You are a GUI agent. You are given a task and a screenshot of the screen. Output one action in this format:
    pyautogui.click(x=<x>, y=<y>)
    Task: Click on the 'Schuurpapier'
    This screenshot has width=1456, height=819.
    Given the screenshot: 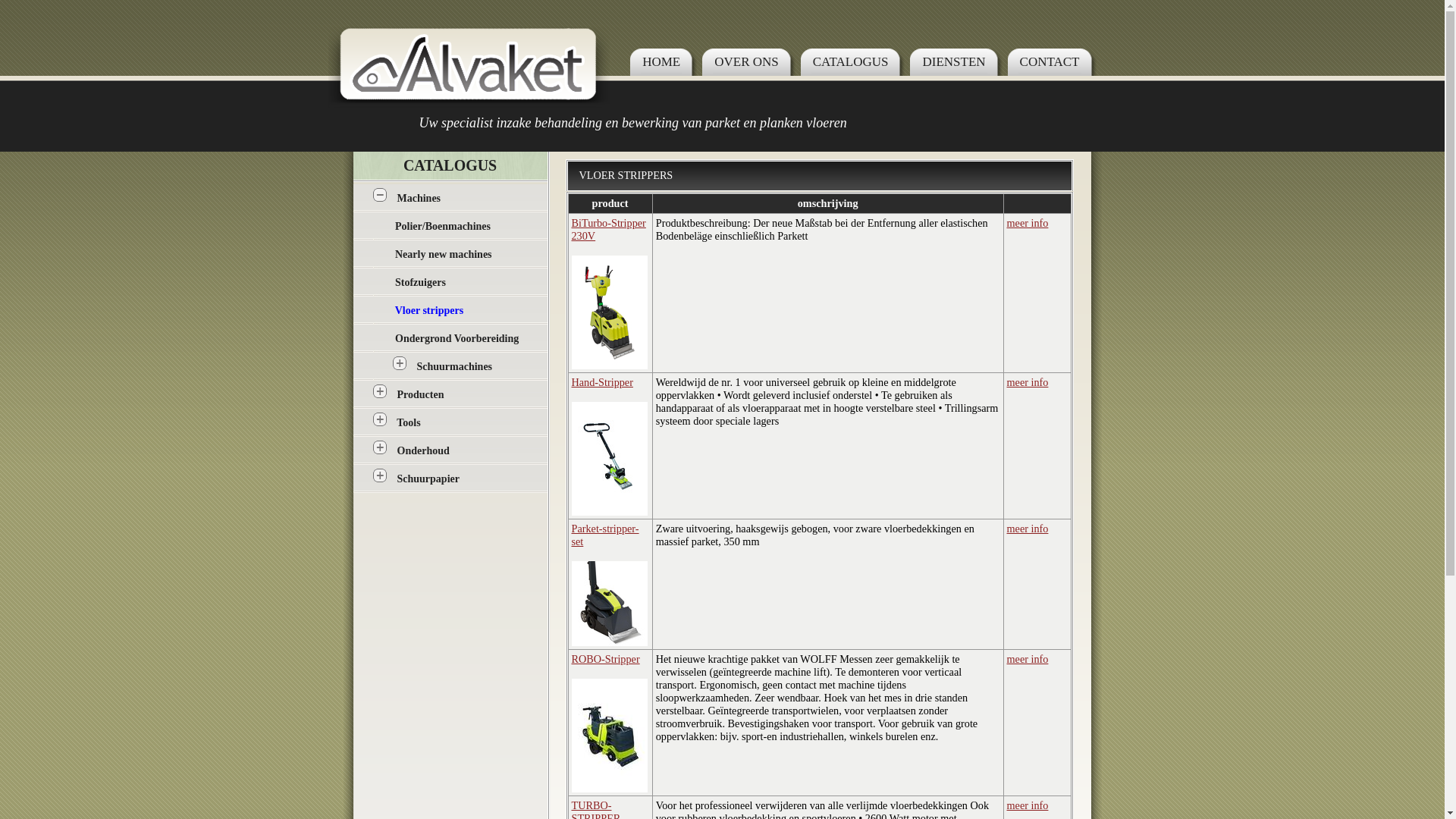 What is the action you would take?
    pyautogui.click(x=428, y=479)
    